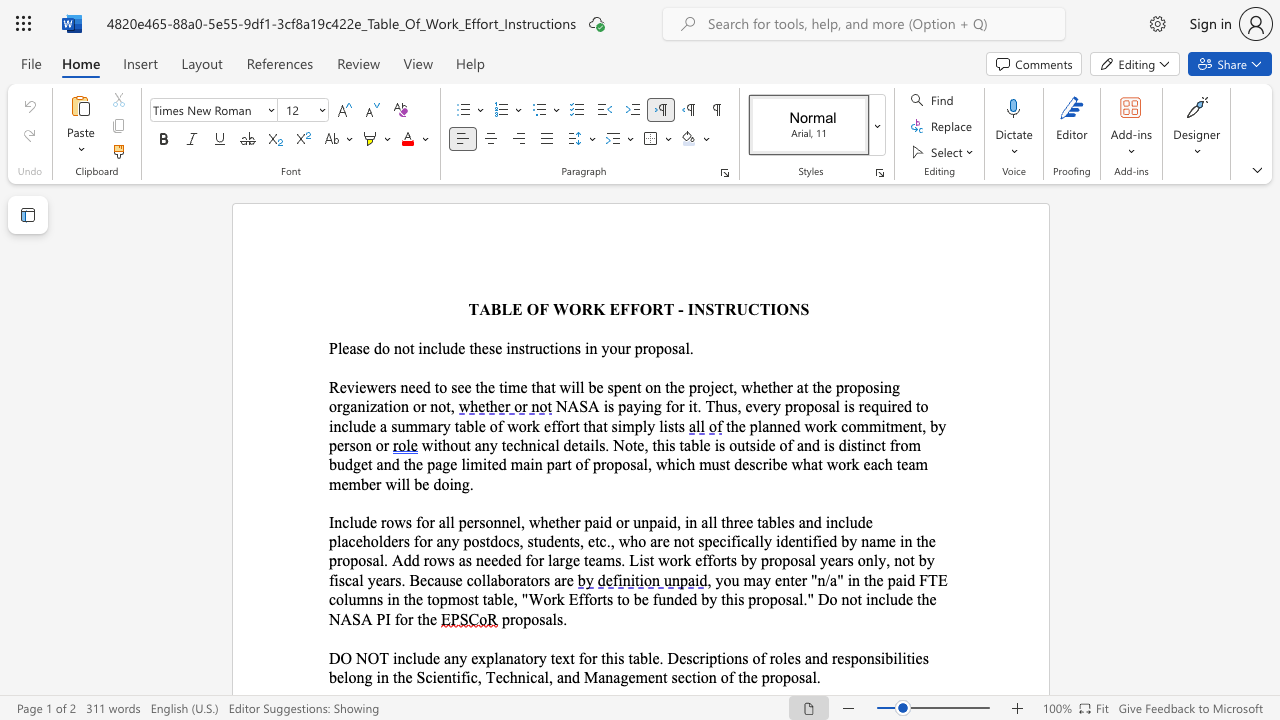  I want to click on the space between the continuous character "w" and "o" in the text, so click(815, 425).